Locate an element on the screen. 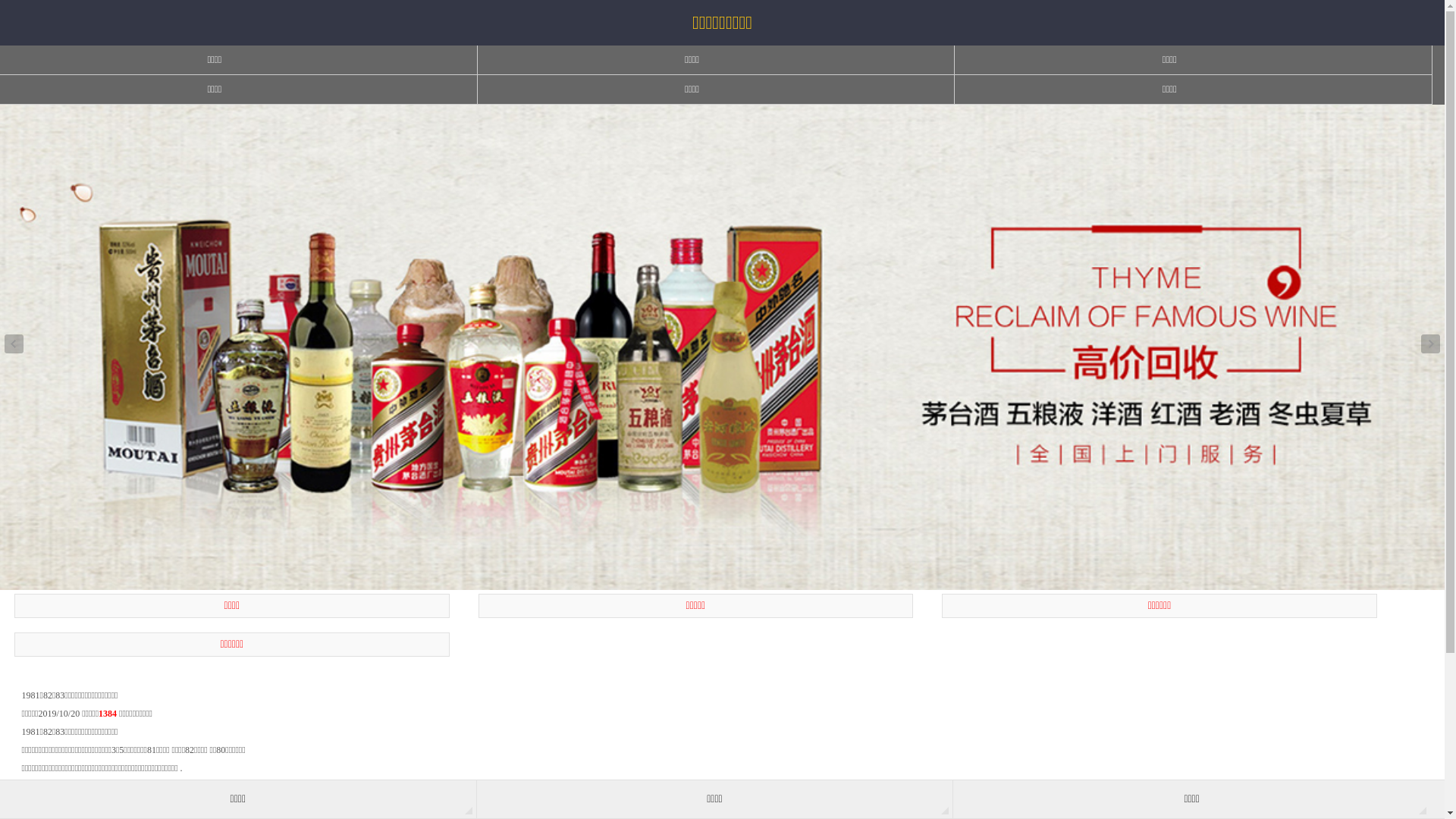 This screenshot has height=819, width=1456. 'Next' is located at coordinates (1429, 344).